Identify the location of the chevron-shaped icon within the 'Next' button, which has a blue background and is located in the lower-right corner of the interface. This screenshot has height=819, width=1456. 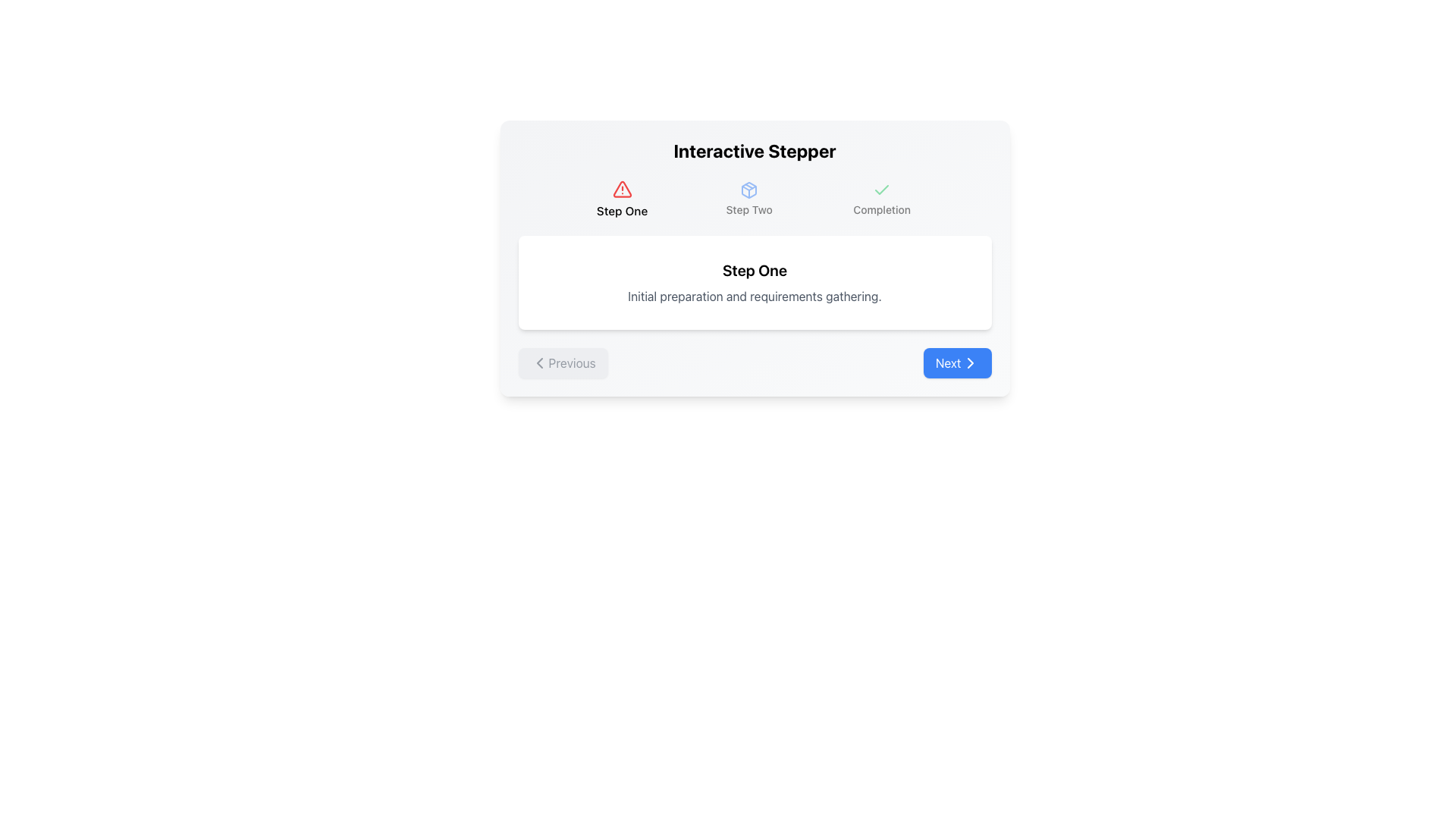
(969, 362).